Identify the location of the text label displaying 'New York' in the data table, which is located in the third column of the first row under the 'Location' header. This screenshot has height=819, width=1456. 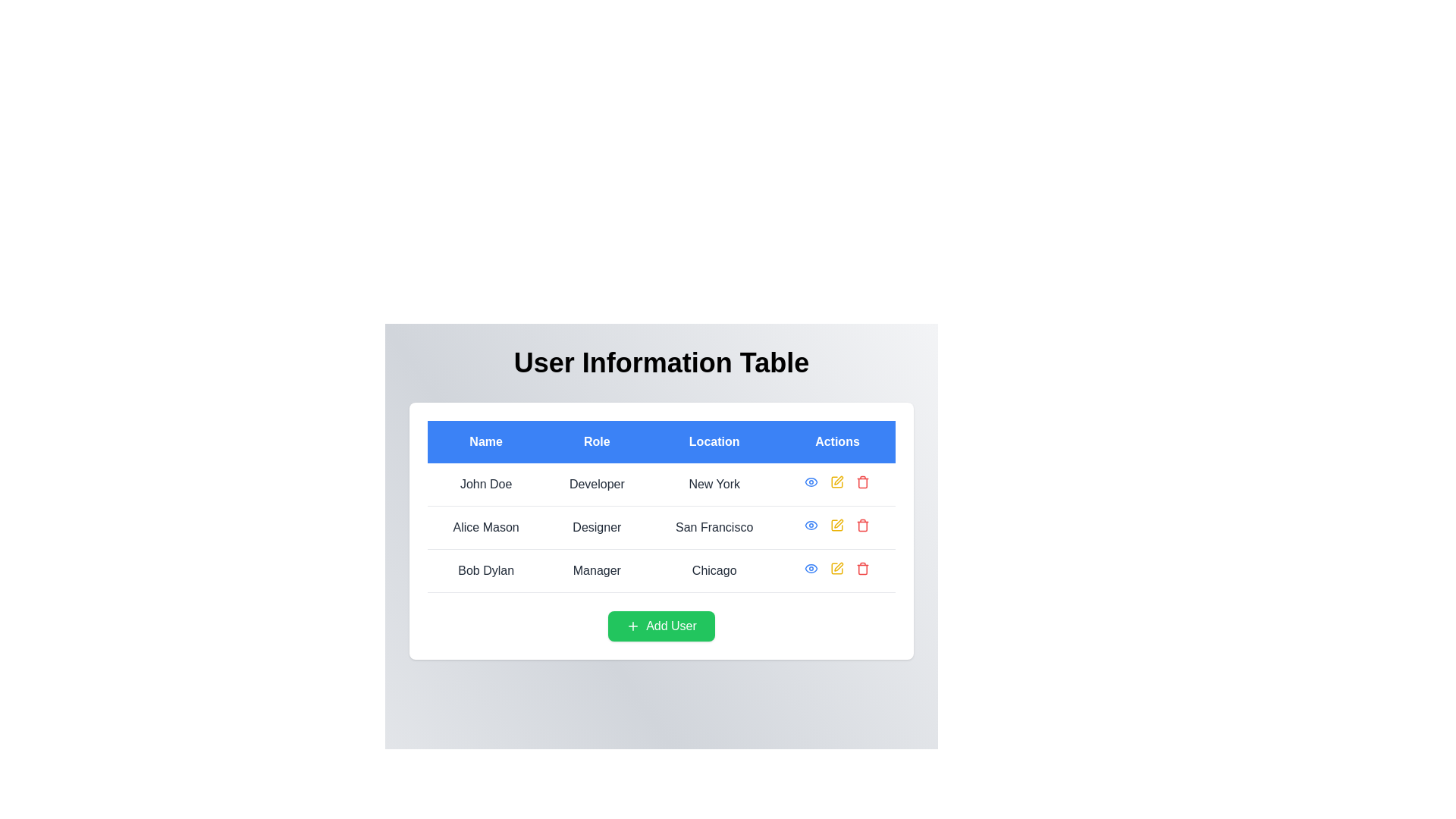
(714, 485).